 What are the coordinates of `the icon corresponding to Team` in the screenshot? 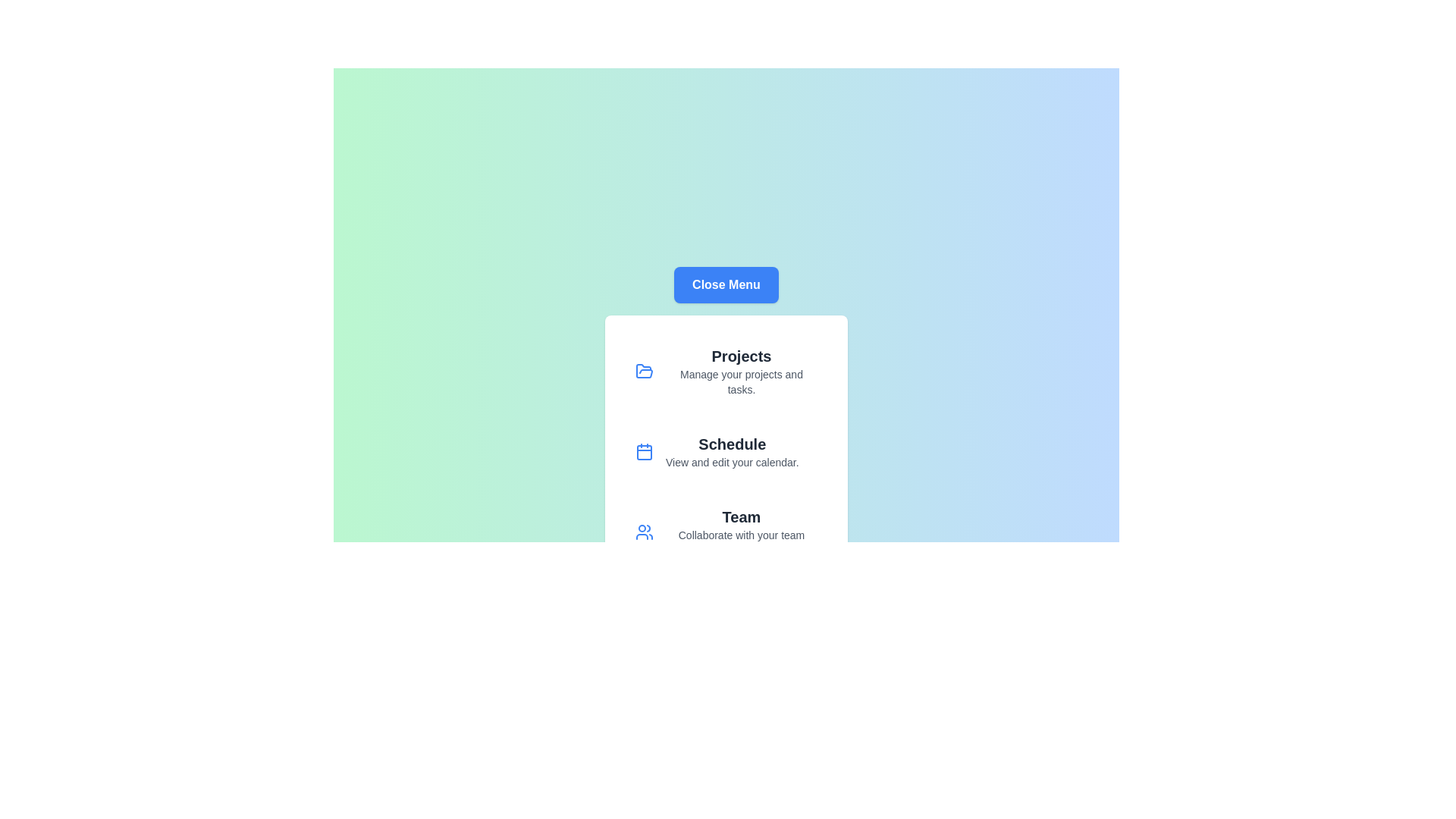 It's located at (644, 532).